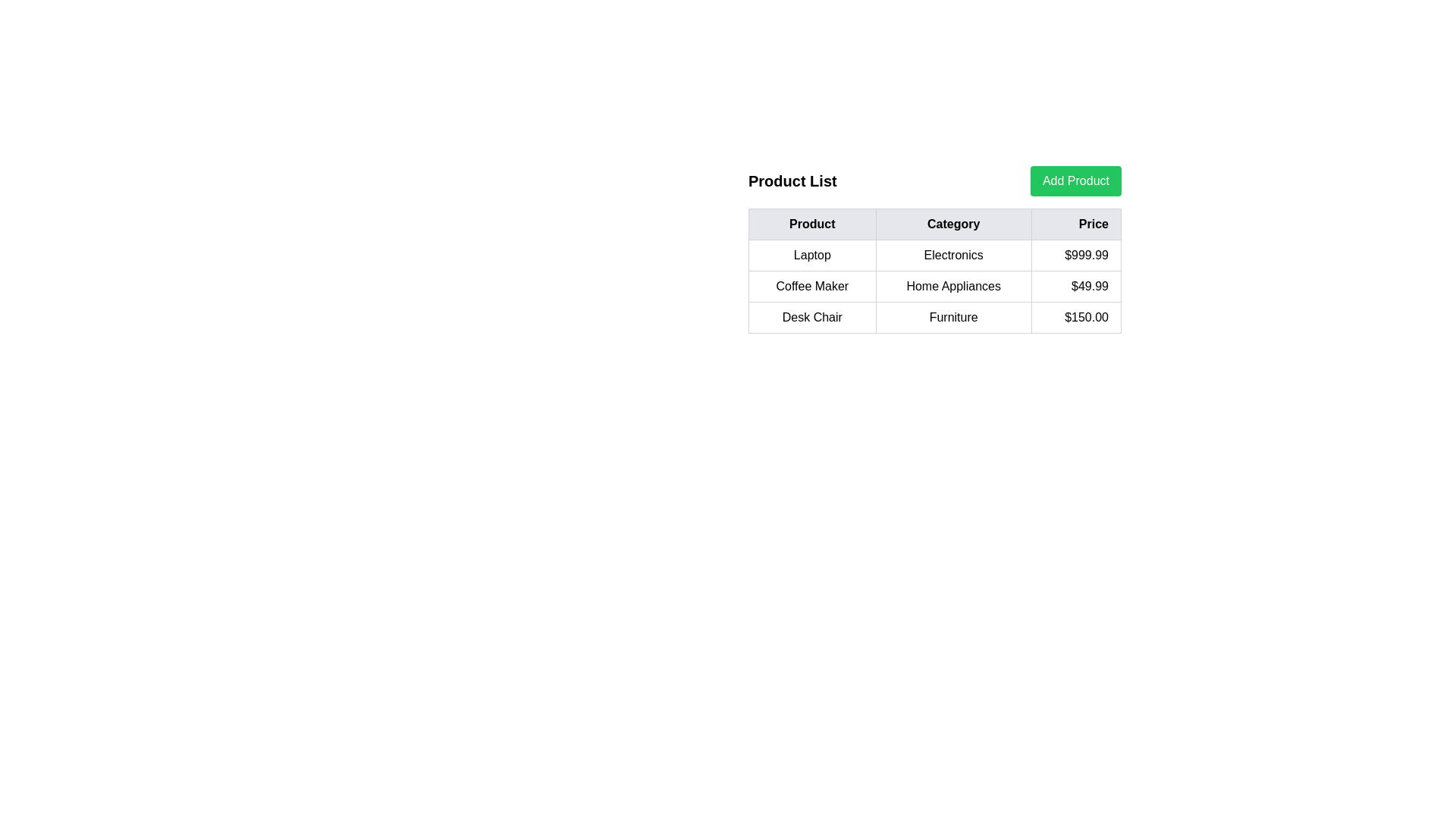 This screenshot has width=1456, height=819. What do you see at coordinates (952, 317) in the screenshot?
I see `text label categorizing 'Desk Chair' under the 'Furniture' category in the 'Category' column of the third row in the 'Product List' table` at bounding box center [952, 317].